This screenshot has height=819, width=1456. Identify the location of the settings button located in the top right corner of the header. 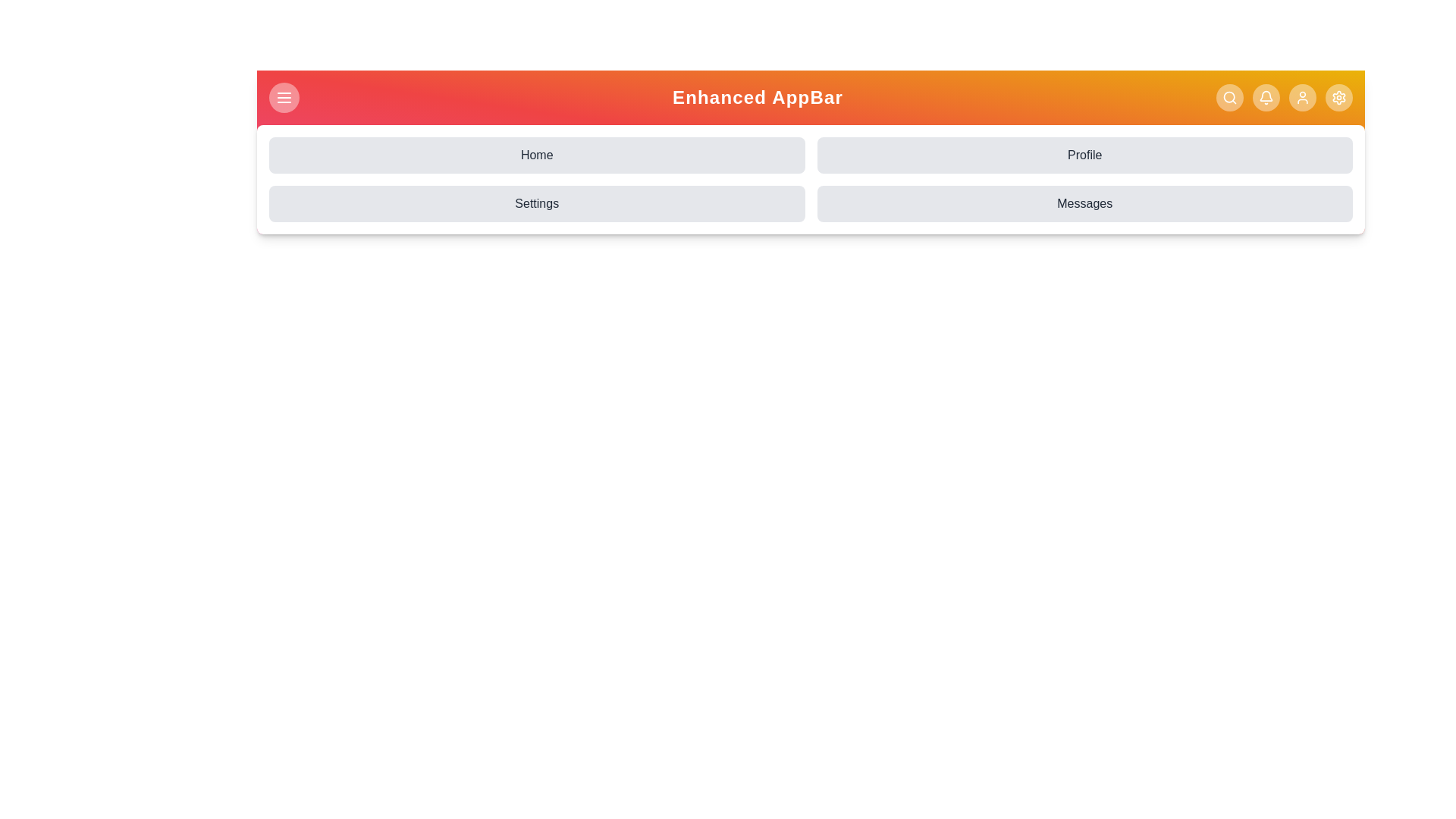
(1339, 97).